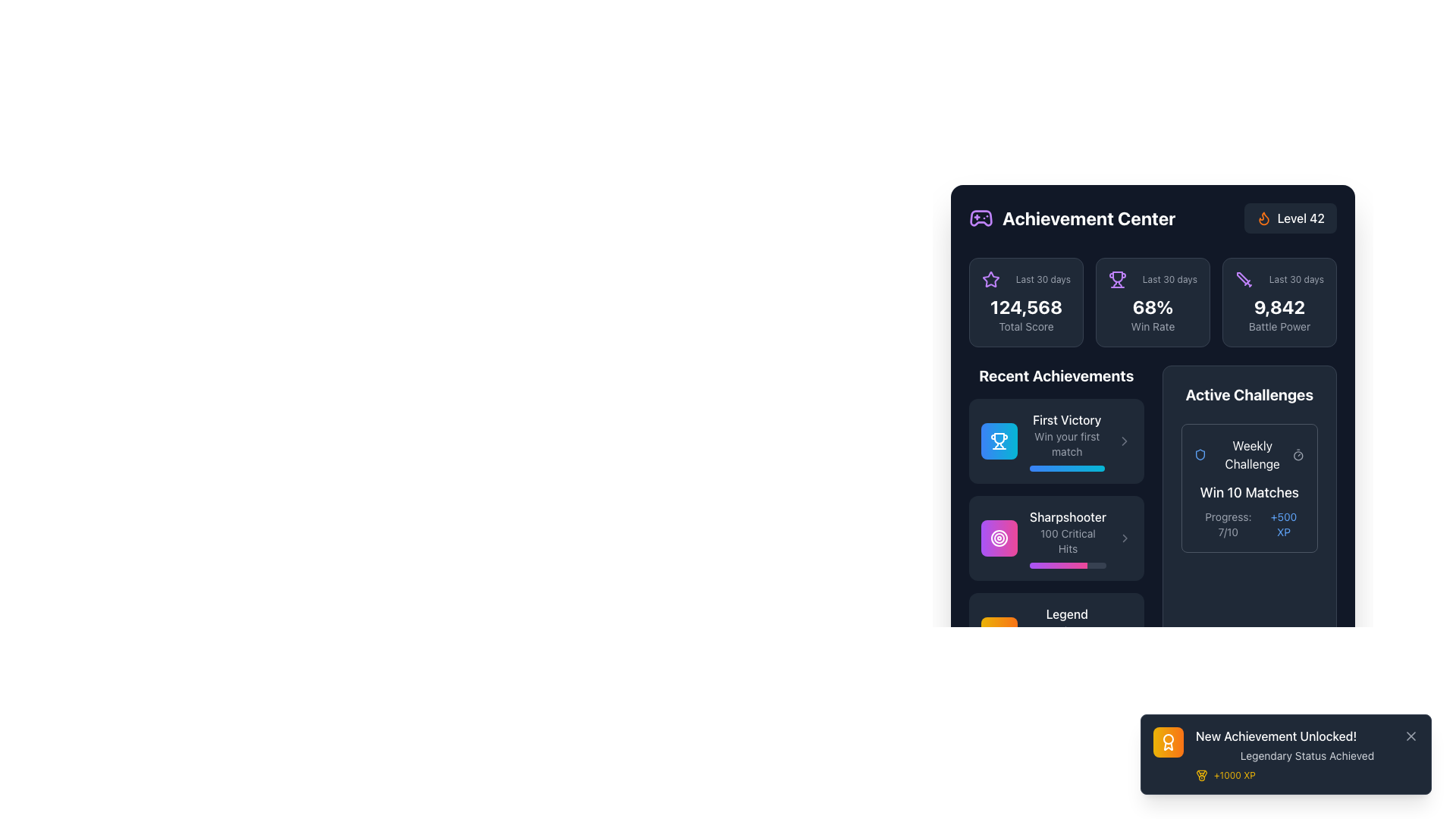  What do you see at coordinates (1279, 326) in the screenshot?
I see `the Text Label that describes the 'Battle Power' value of '9,842', located below the statistic in the rightmost section under the 'Achievement Center' header` at bounding box center [1279, 326].